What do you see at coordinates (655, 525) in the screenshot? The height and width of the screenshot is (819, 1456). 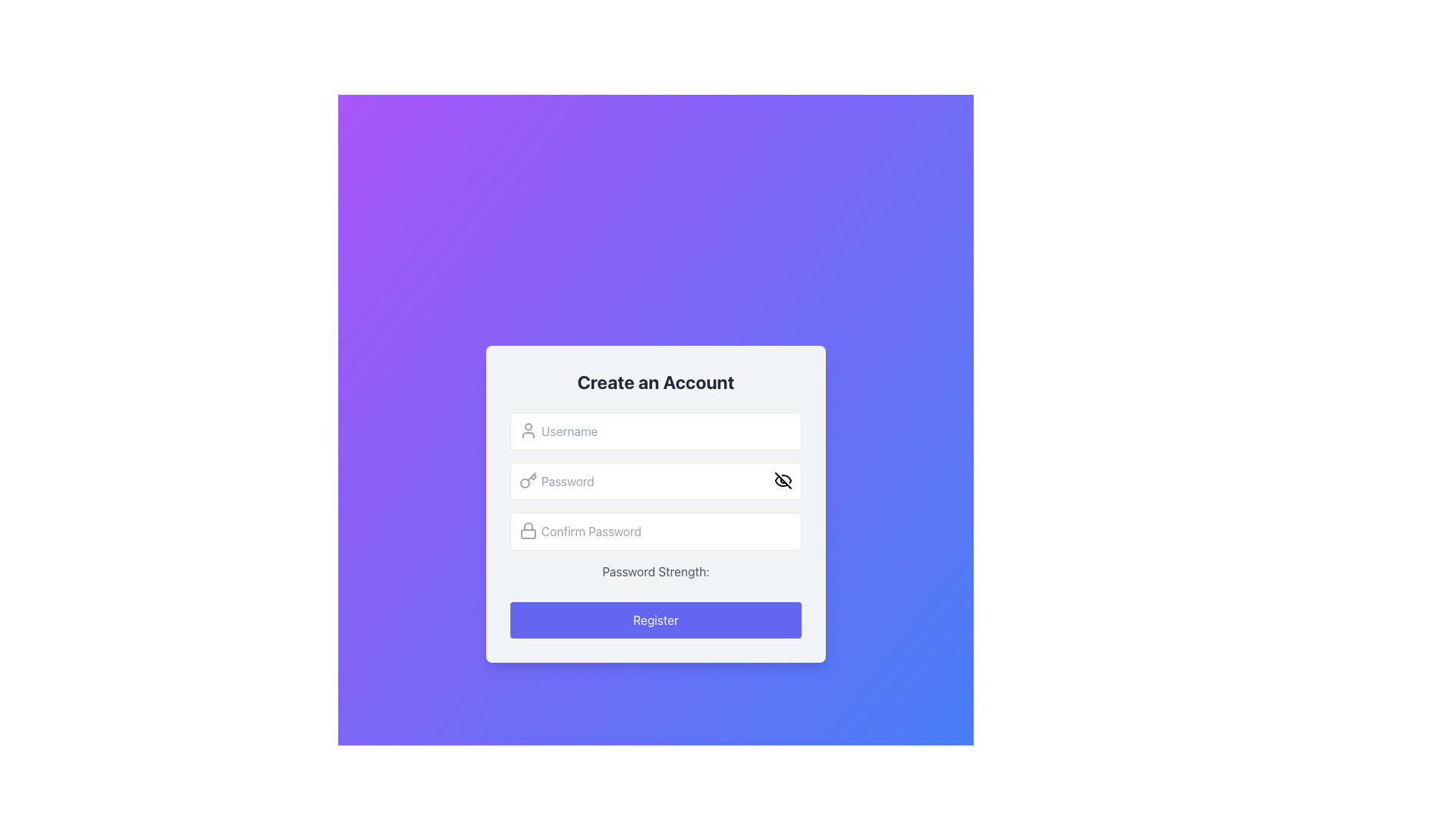 I see `to focus on the password confirmation input field located in the 'Create an Account' form, positioned below the Password field` at bounding box center [655, 525].